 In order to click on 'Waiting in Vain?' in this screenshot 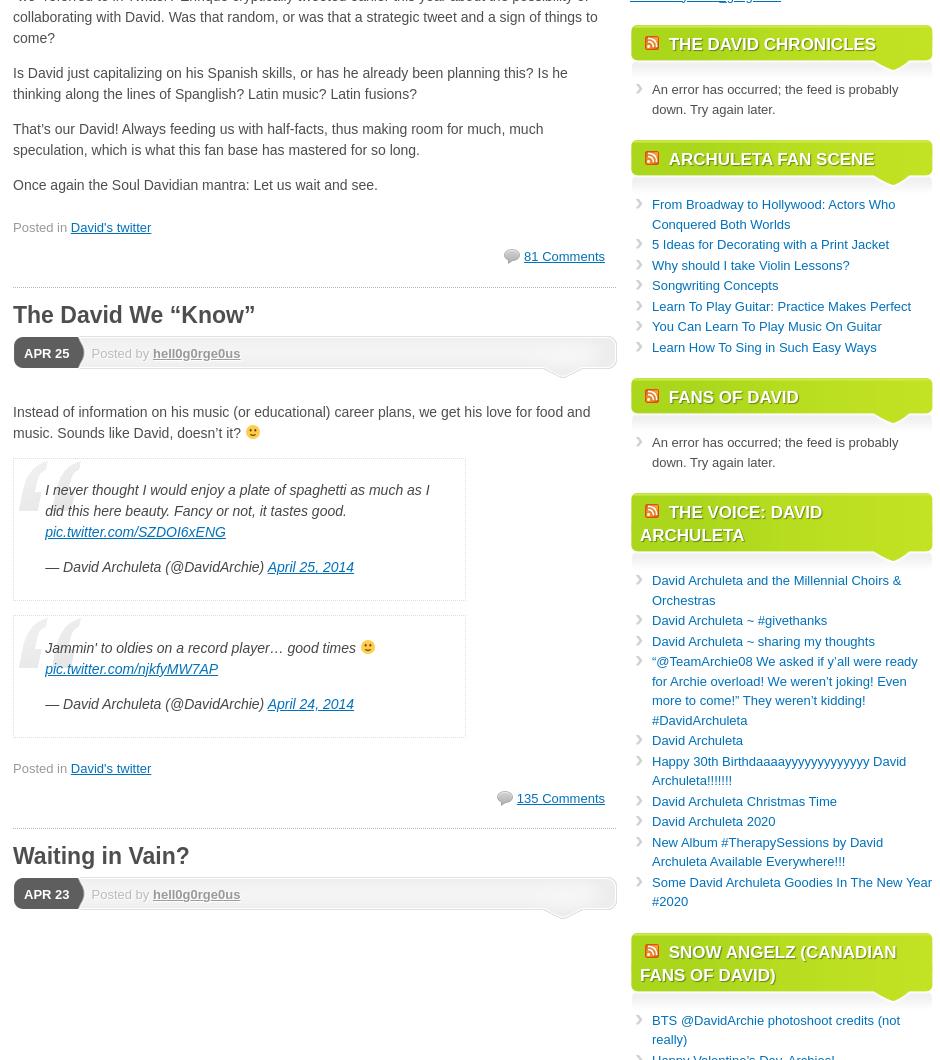, I will do `click(12, 855)`.